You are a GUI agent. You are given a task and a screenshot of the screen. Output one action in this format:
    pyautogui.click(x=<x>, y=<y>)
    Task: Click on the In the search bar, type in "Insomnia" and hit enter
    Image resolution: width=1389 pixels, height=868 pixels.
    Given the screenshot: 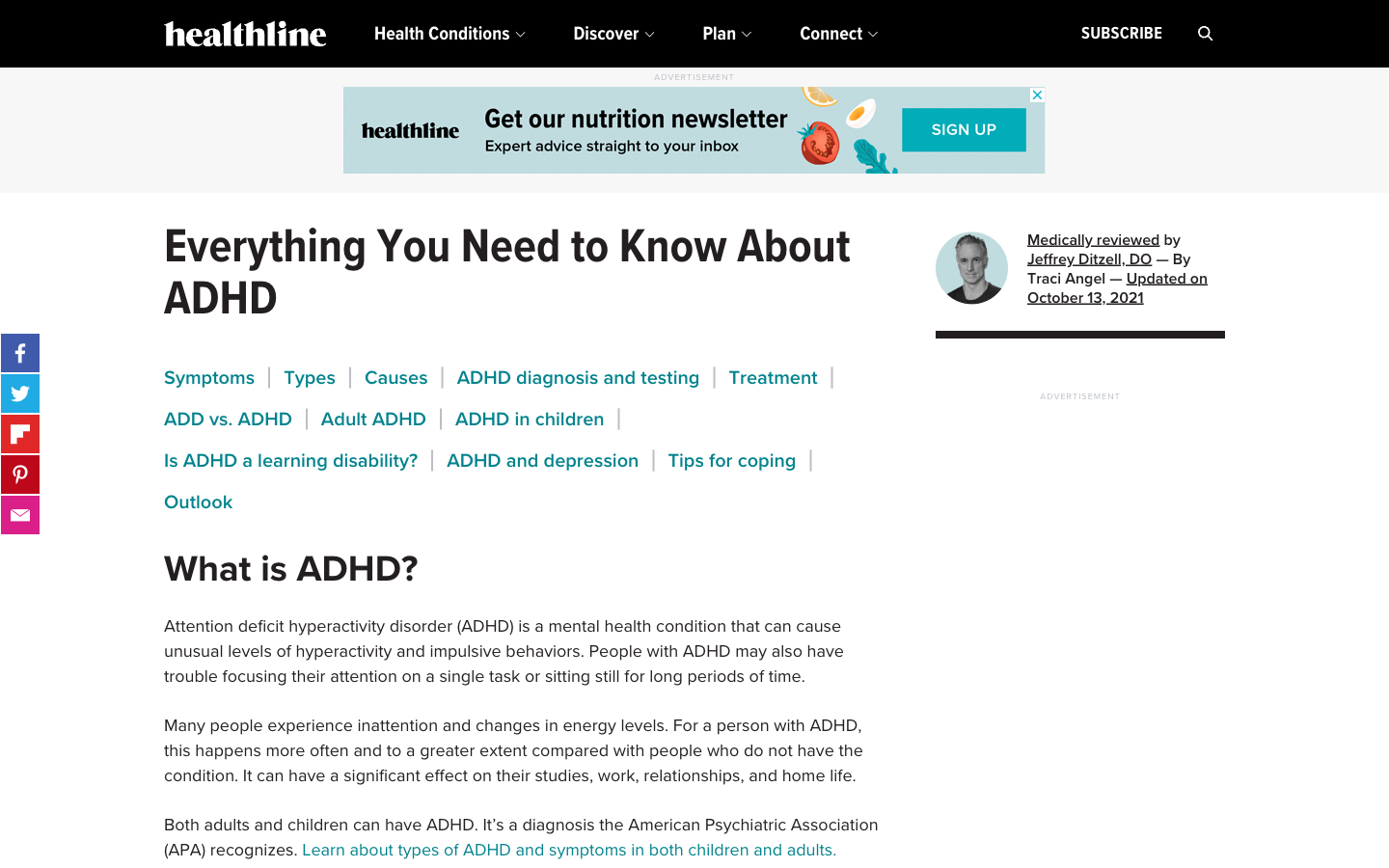 What is the action you would take?
    pyautogui.click(x=1205, y=33)
    